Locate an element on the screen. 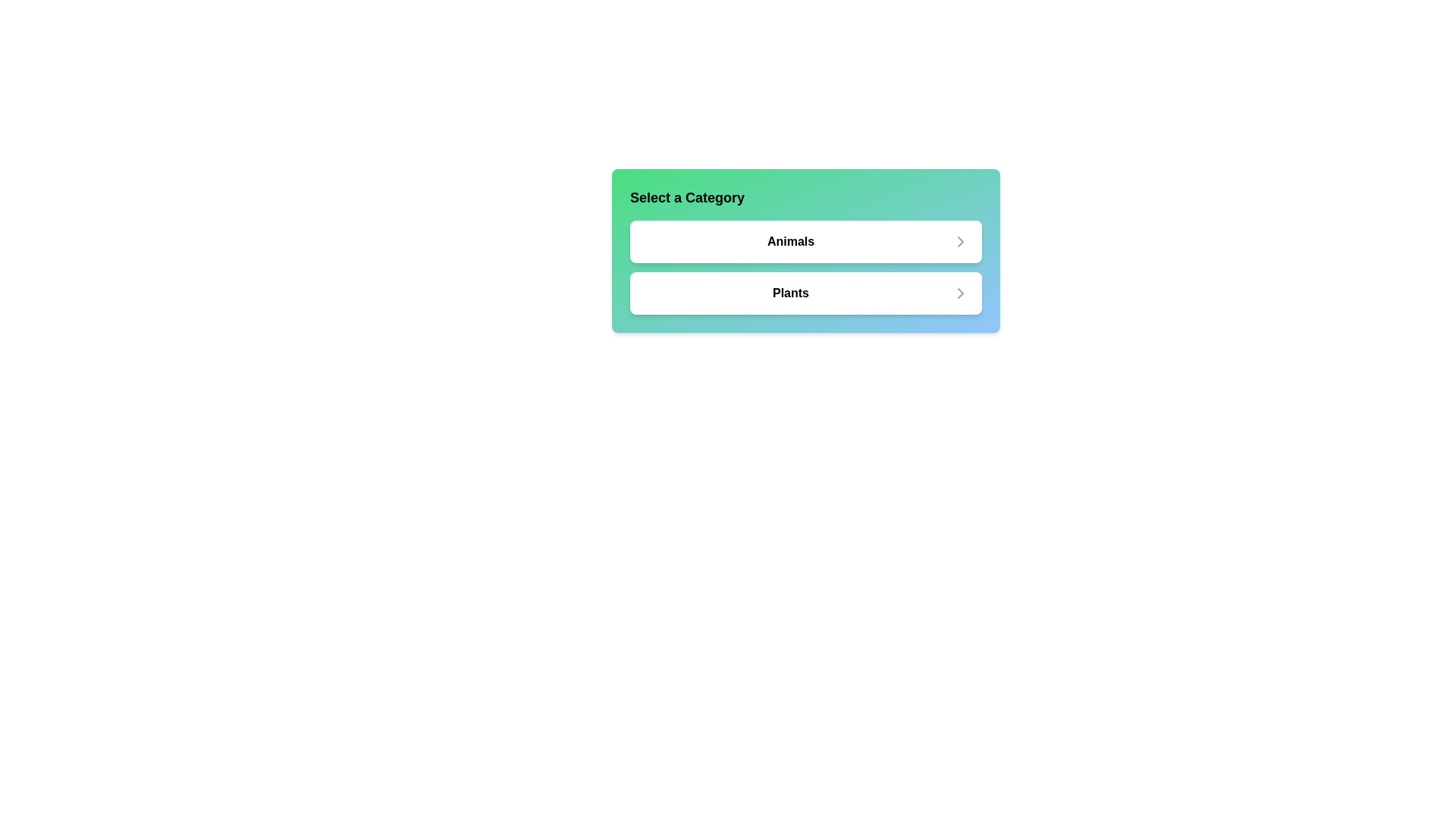 The width and height of the screenshot is (1456, 819). the rightward-pointing chevron arrow icon with a gray outline is located at coordinates (960, 241).